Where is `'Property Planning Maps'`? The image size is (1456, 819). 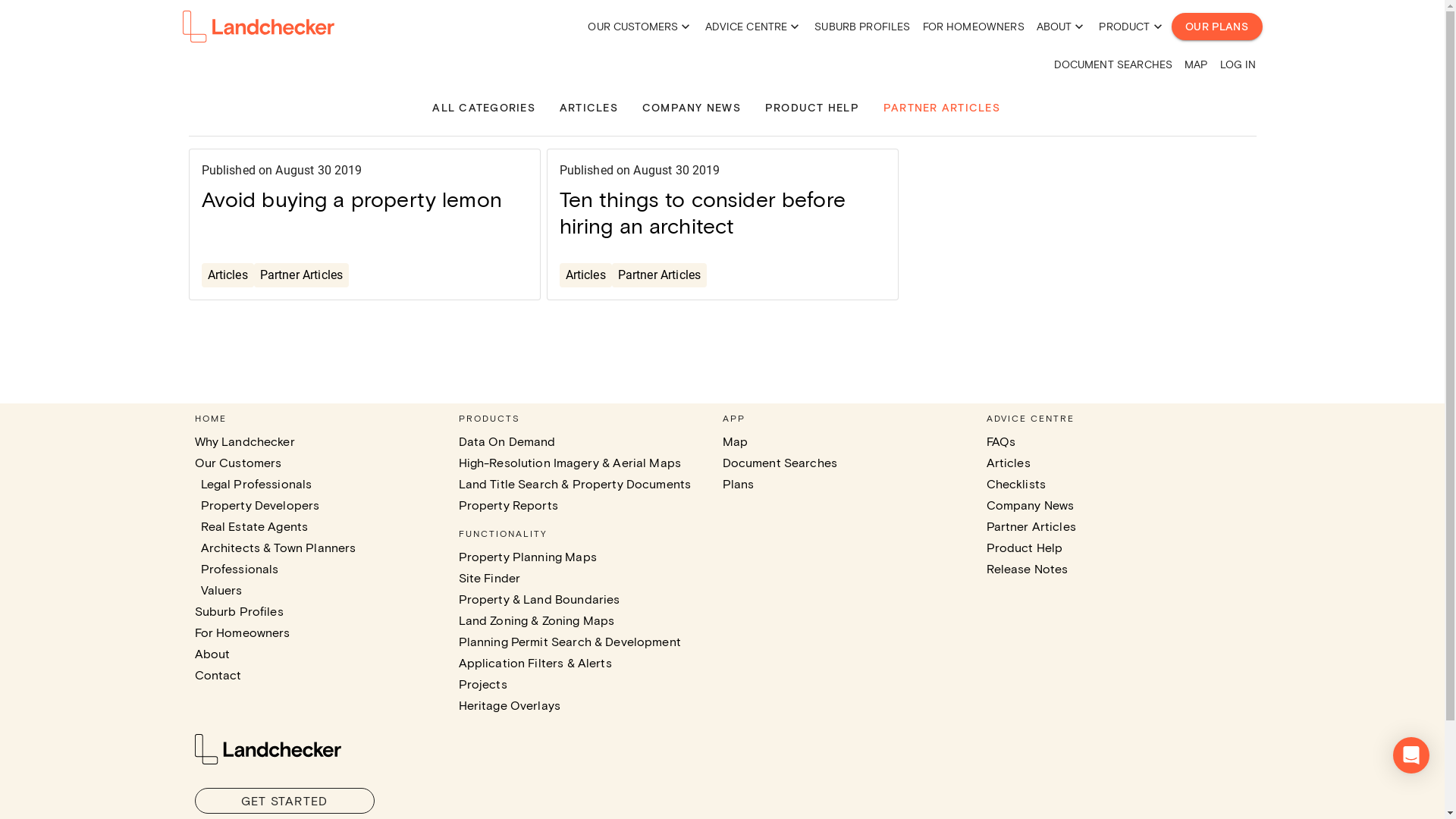
'Property Planning Maps' is located at coordinates (527, 557).